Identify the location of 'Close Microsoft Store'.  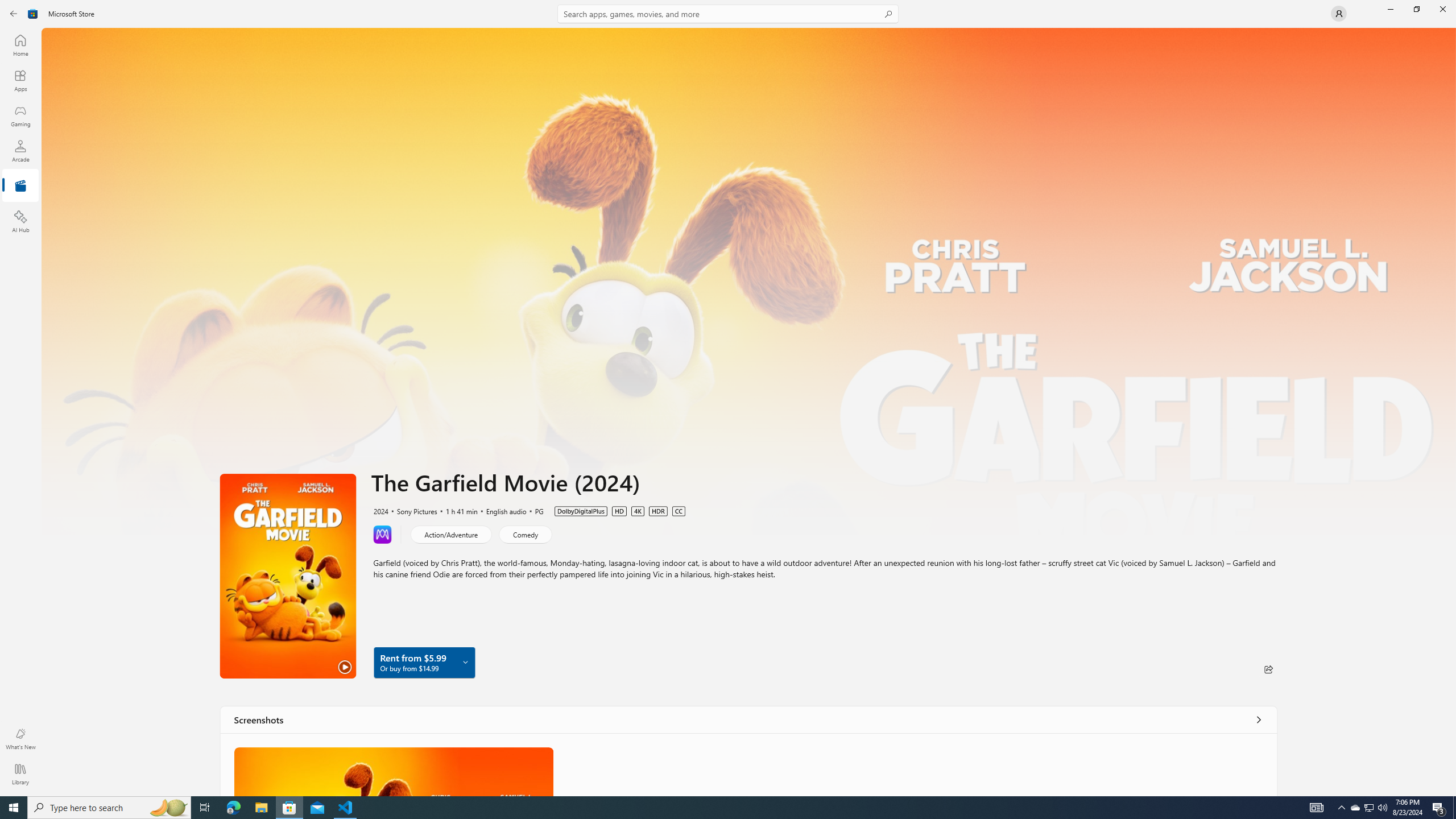
(1442, 9).